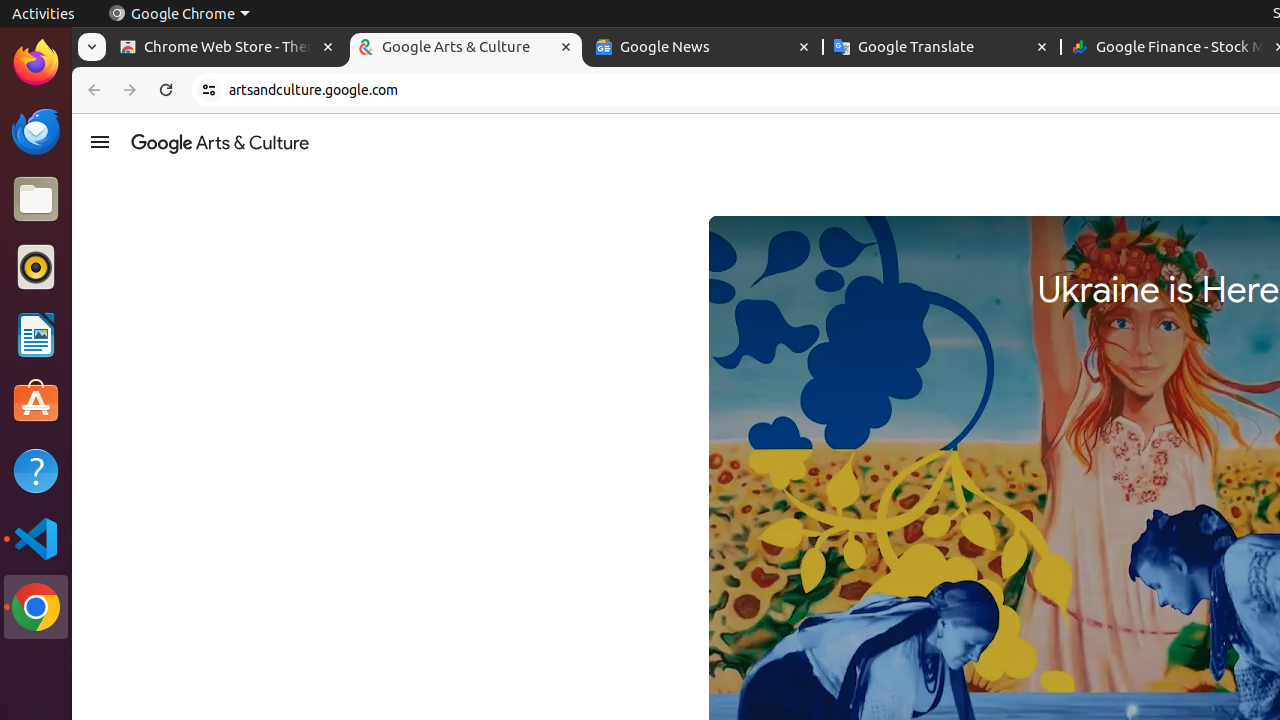 Image resolution: width=1280 pixels, height=720 pixels. What do you see at coordinates (98, 140) in the screenshot?
I see `'Menu'` at bounding box center [98, 140].